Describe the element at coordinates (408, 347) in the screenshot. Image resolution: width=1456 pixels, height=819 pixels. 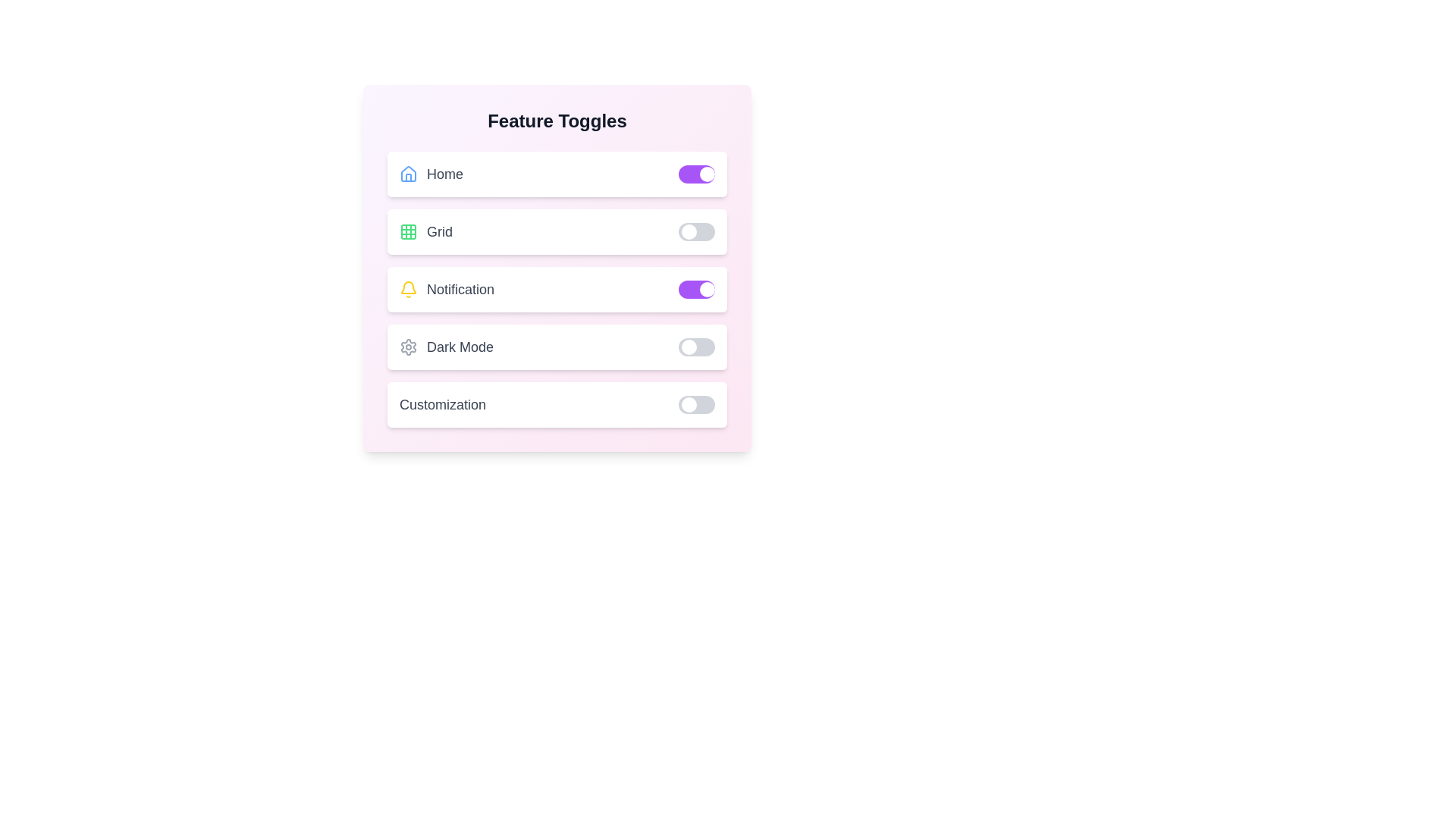
I see `the cogwheel icon associated with the 'Dark Mode' toggle option` at that location.